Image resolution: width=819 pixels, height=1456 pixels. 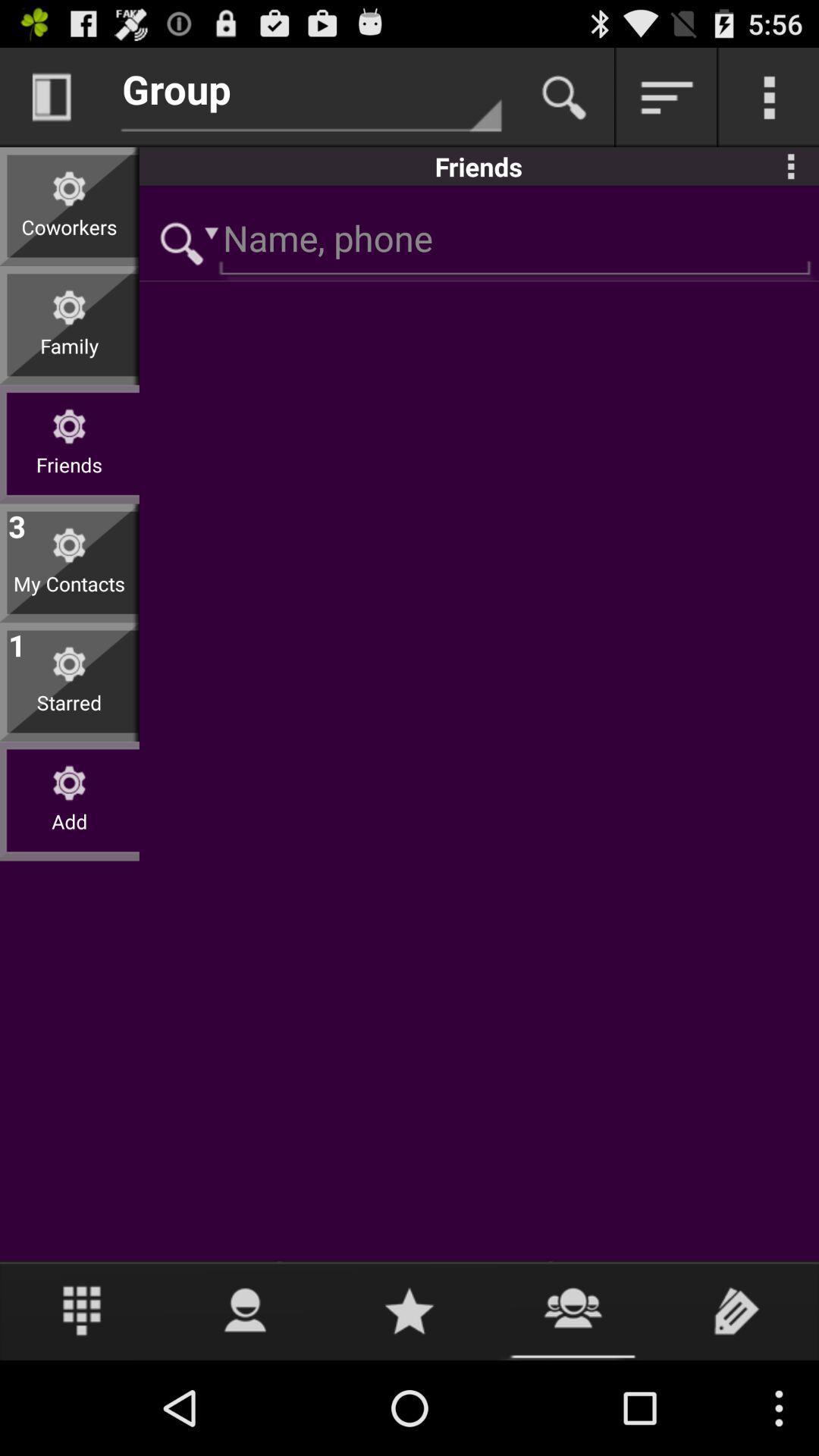 What do you see at coordinates (564, 103) in the screenshot?
I see `the search icon` at bounding box center [564, 103].